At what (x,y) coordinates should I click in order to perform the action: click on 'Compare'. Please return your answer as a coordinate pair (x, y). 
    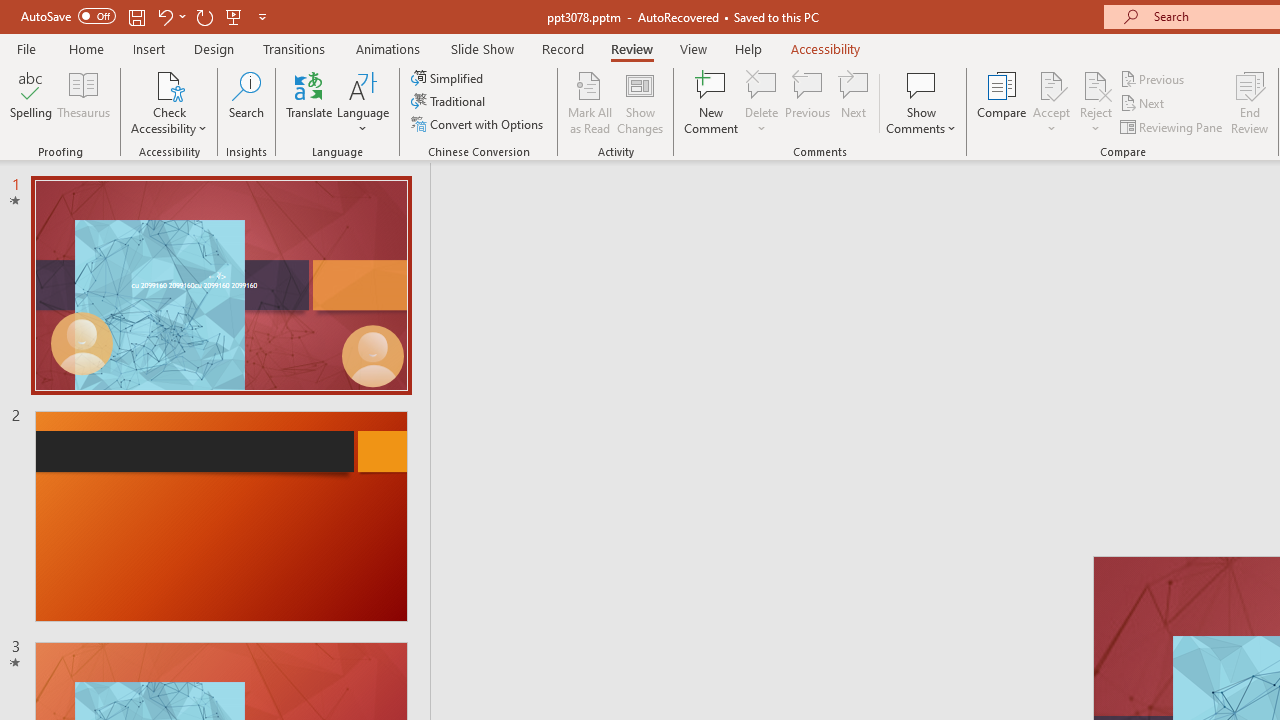
    Looking at the image, I should click on (1002, 103).